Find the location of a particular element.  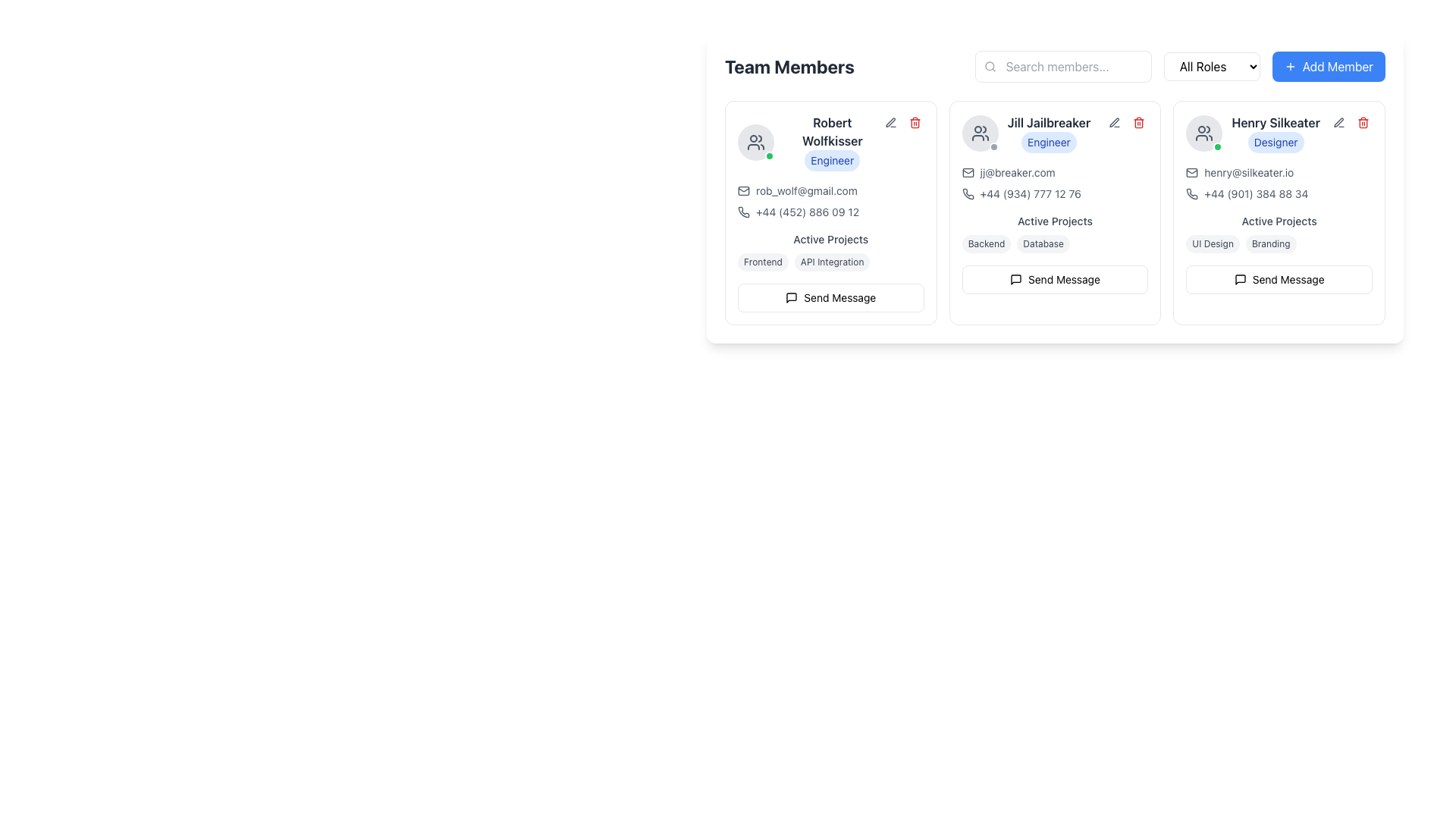

'Send Message' label text to understand the button's function, which allows users to send a message to Robert Wolfkisser is located at coordinates (839, 298).